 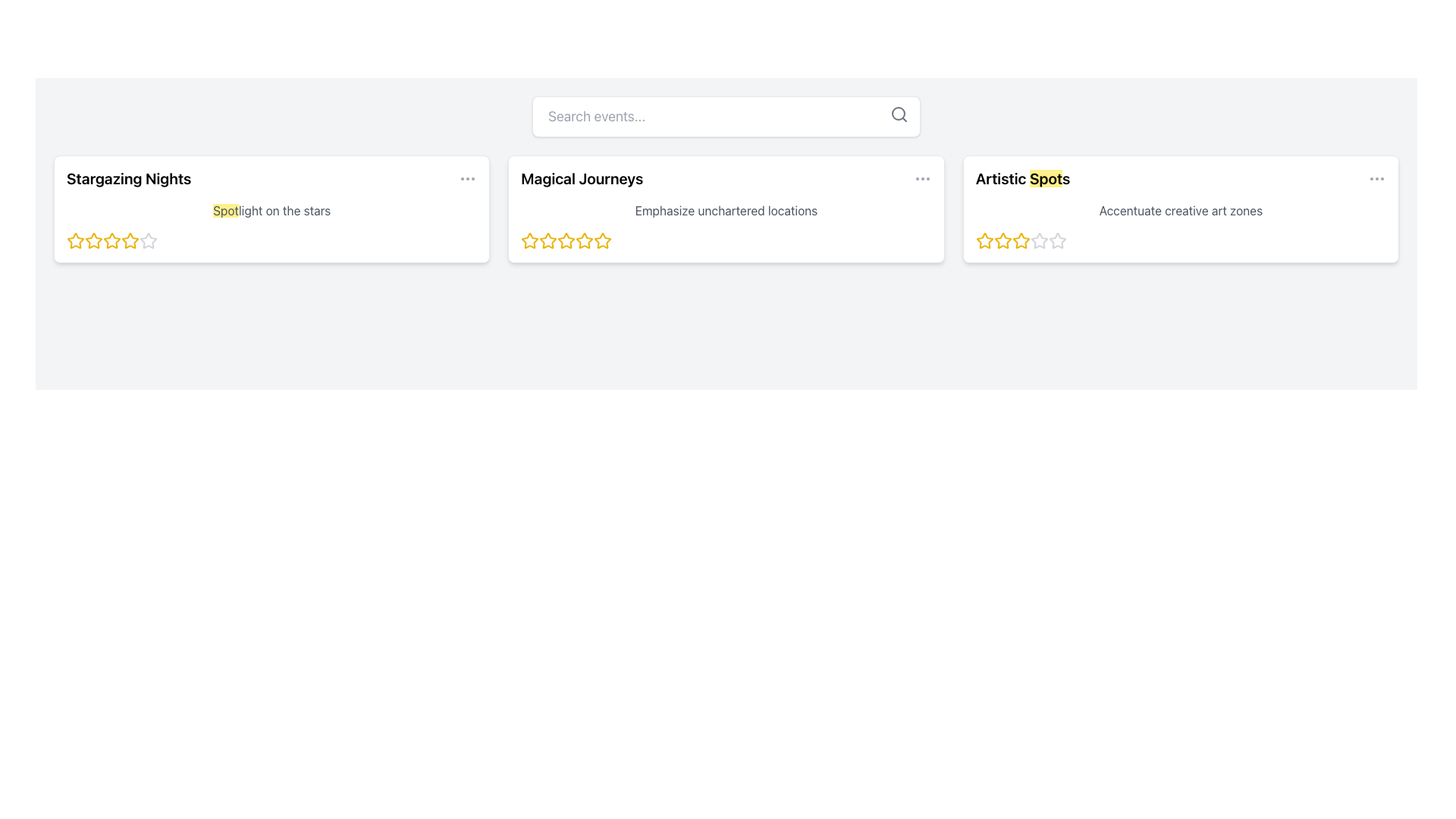 What do you see at coordinates (1180, 210) in the screenshot?
I see `the descriptive subtitle element below the title 'Artistic Spots' in the third content card` at bounding box center [1180, 210].